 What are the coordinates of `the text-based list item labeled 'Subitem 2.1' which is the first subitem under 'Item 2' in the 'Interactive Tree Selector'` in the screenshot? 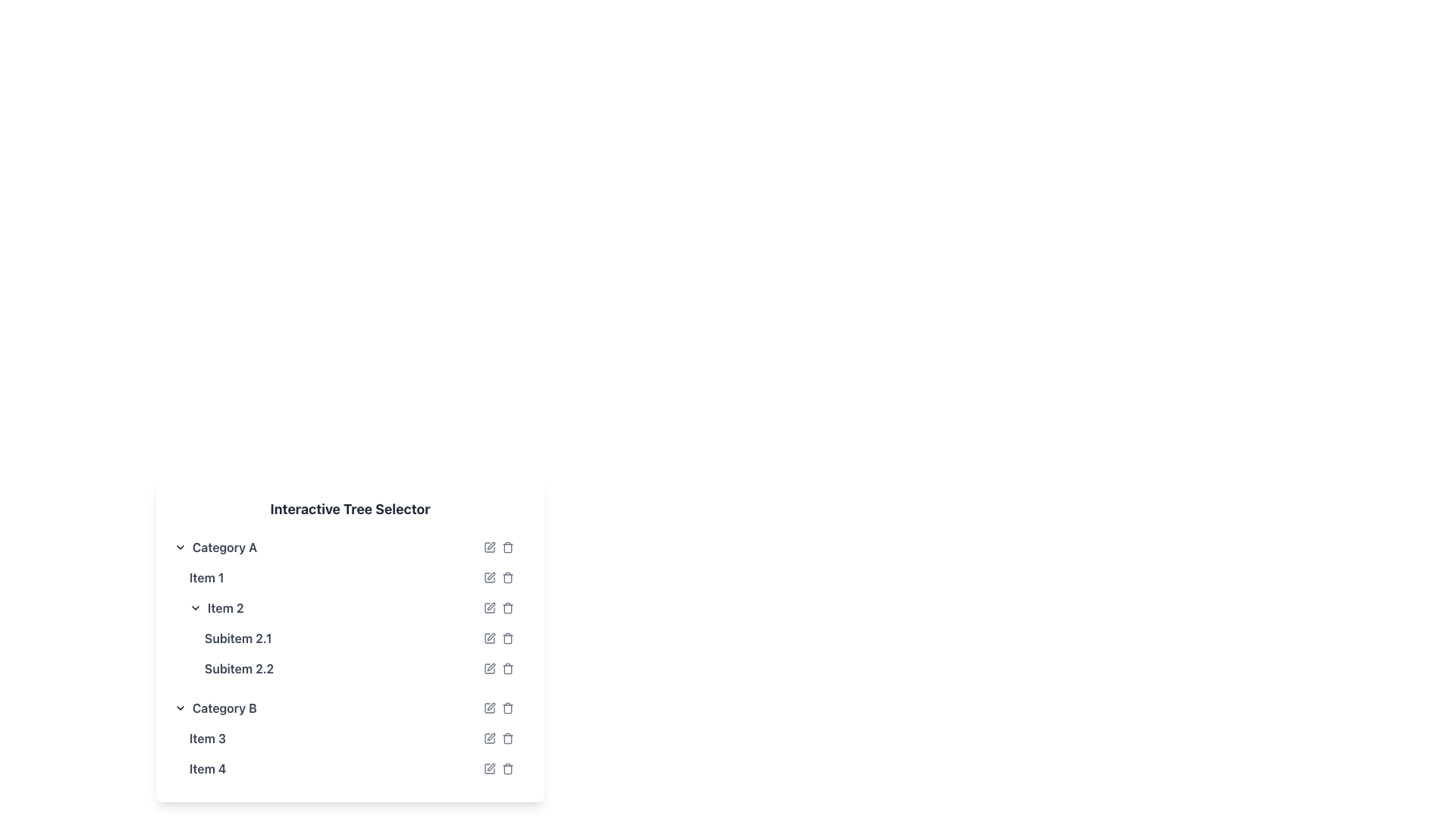 It's located at (237, 638).